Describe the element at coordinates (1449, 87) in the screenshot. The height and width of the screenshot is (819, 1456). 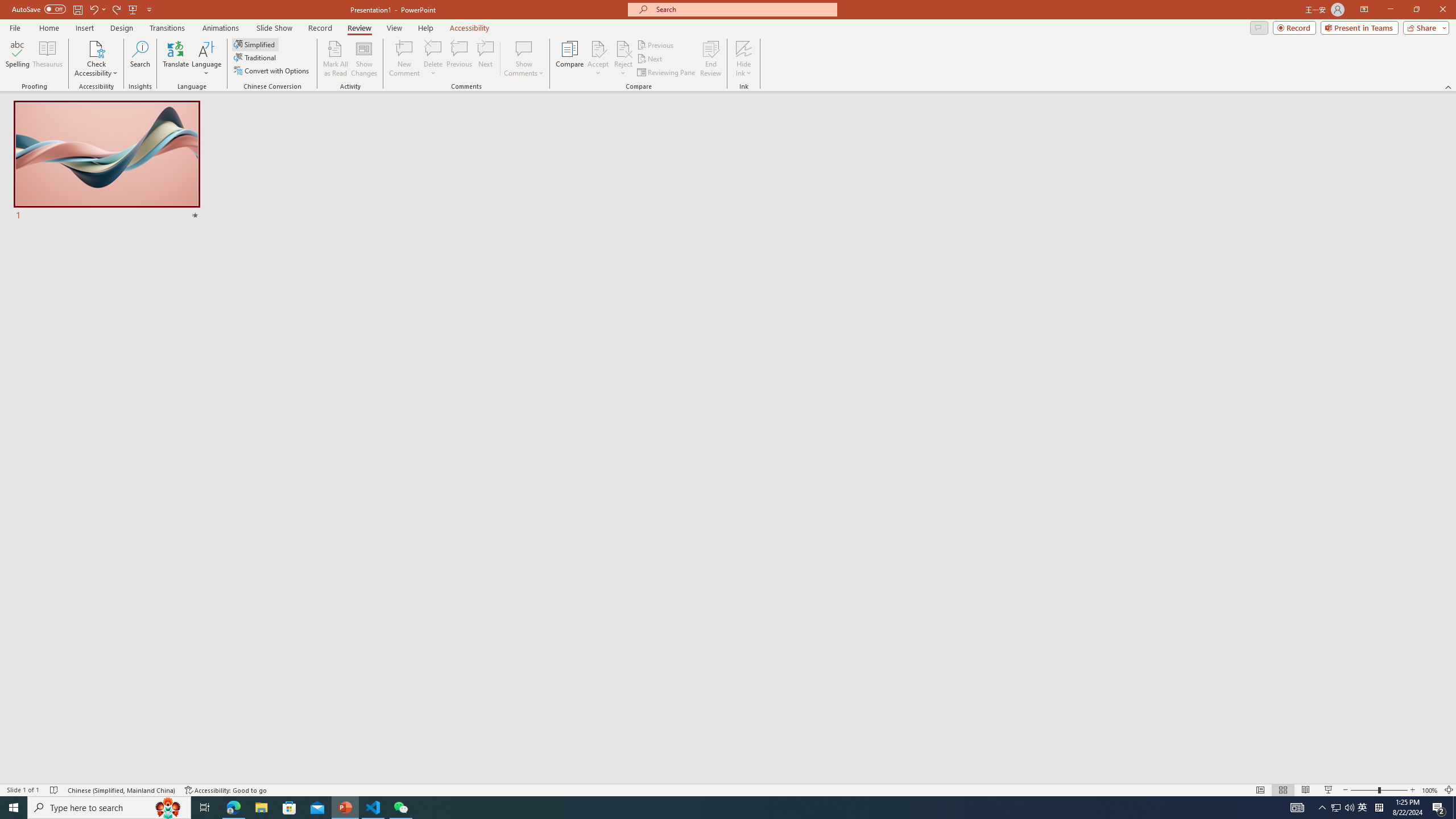
I see `'Collapse the Ribbon'` at that location.